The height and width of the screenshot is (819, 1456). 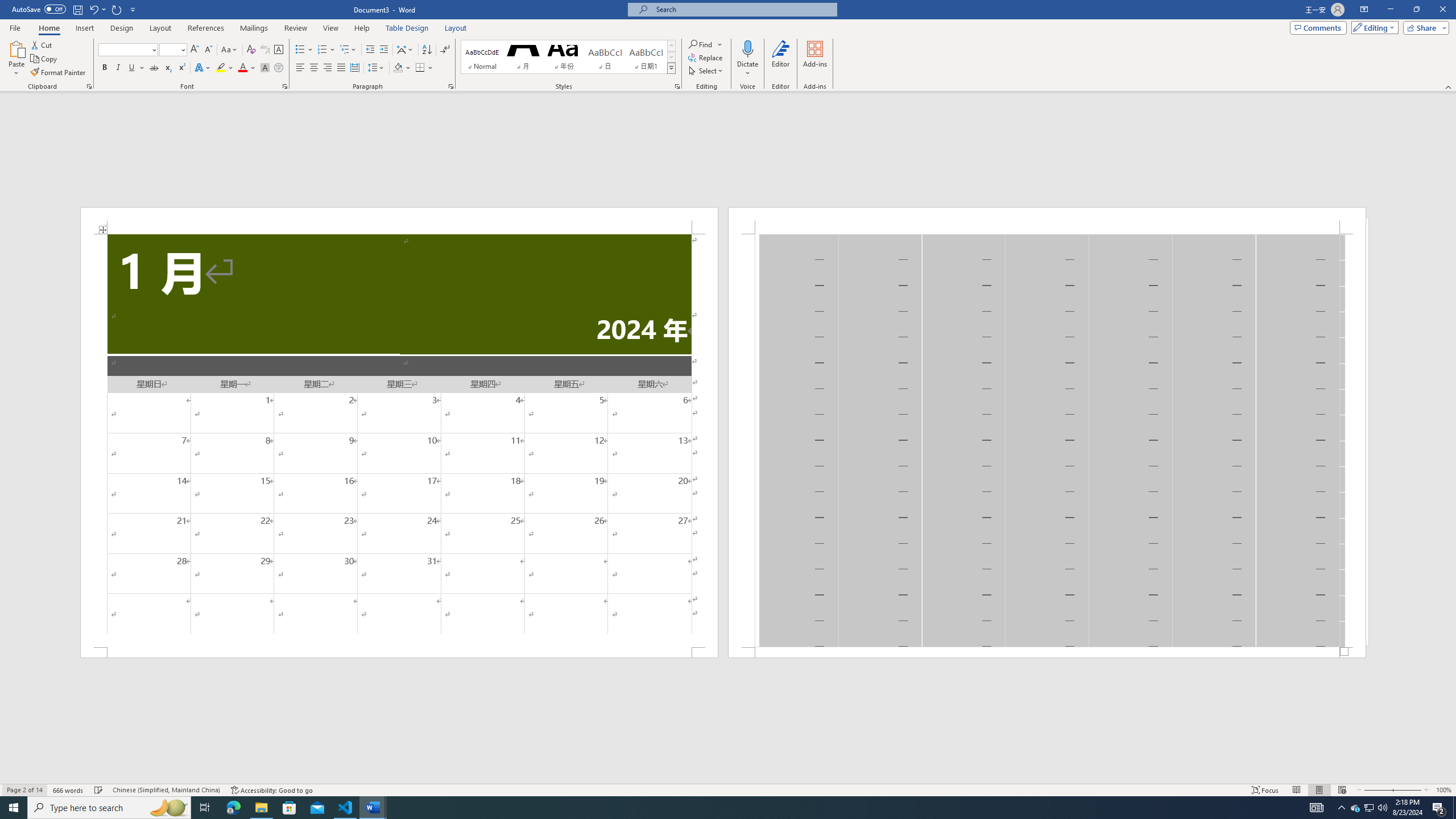 I want to click on 'Enclose Characters...', so click(x=278, y=67).